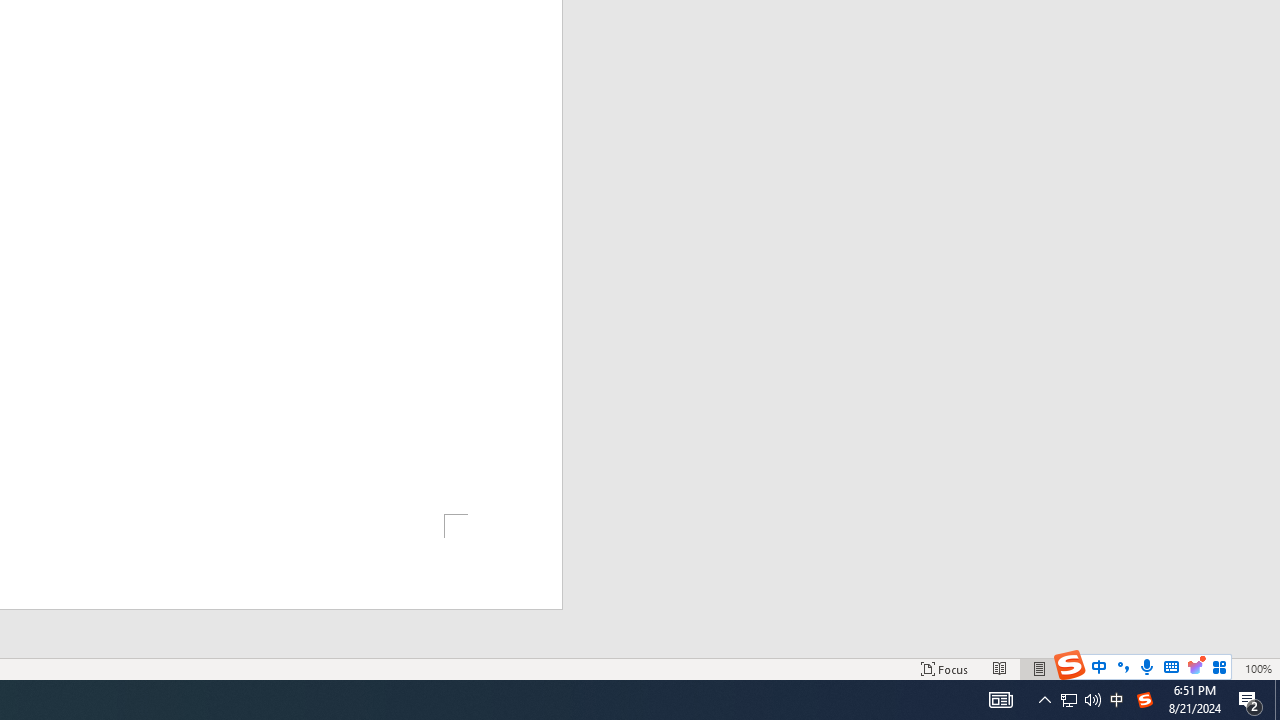  I want to click on 'Read Mode', so click(1000, 669).